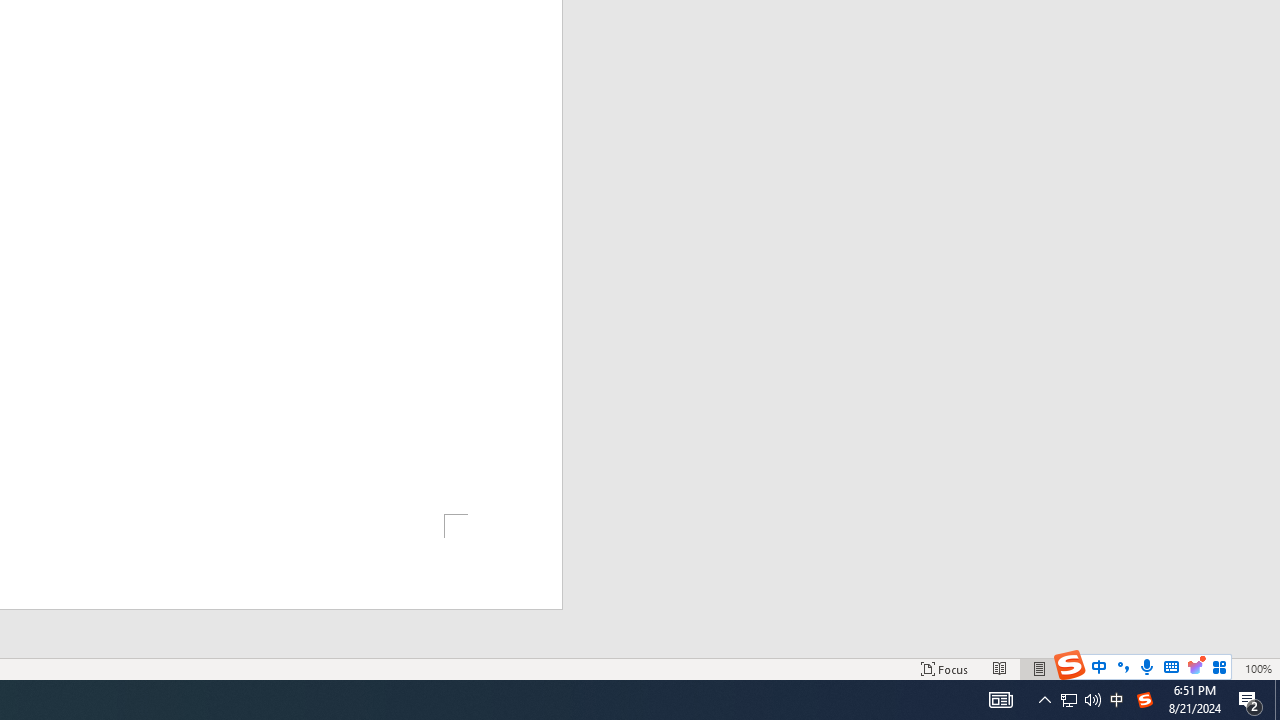  I want to click on 'Read Mode', so click(1000, 669).